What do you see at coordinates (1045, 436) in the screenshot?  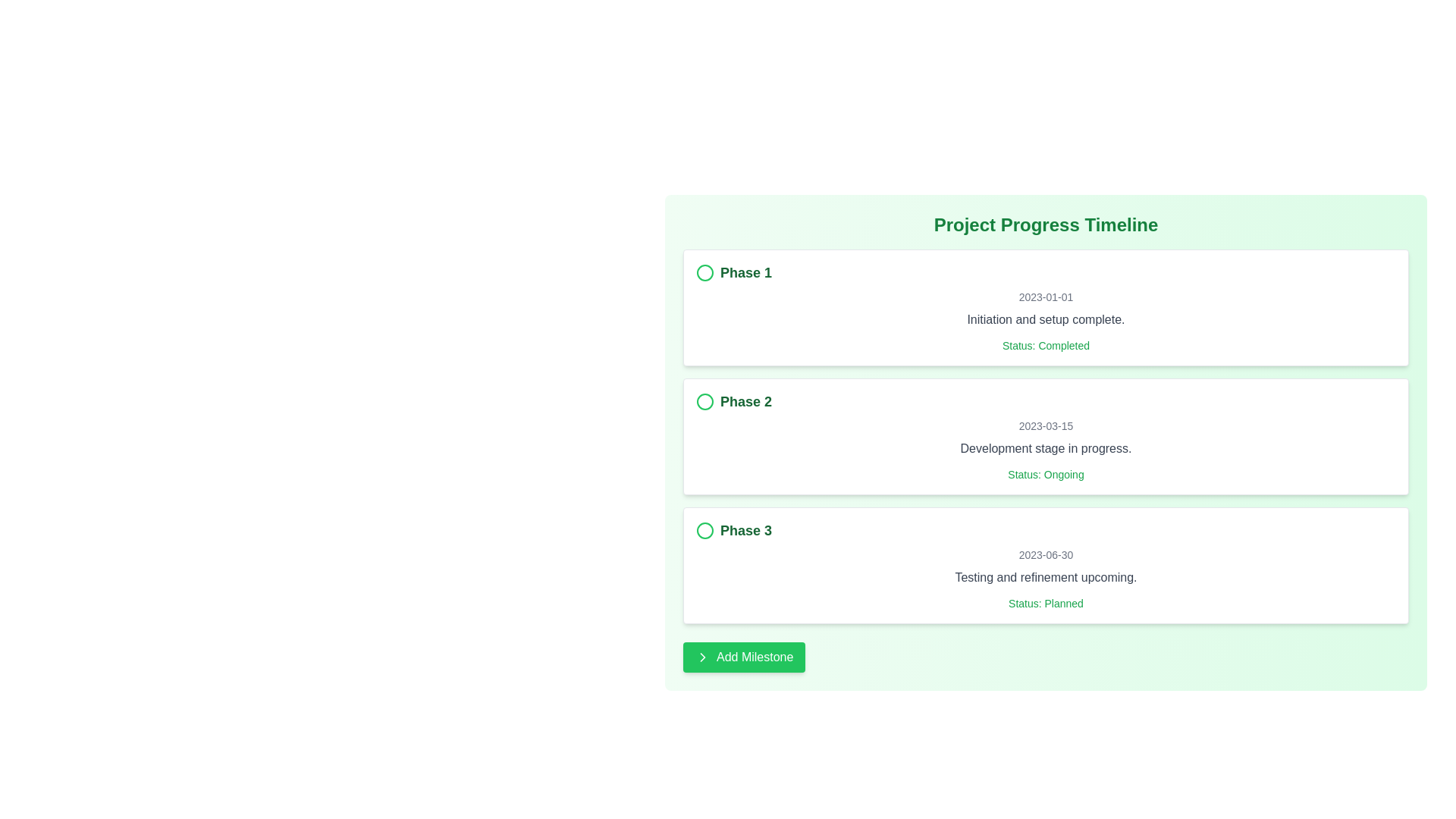 I see `the second card in the vertical list that displays progress milestone details for the 'Phase 2' task` at bounding box center [1045, 436].